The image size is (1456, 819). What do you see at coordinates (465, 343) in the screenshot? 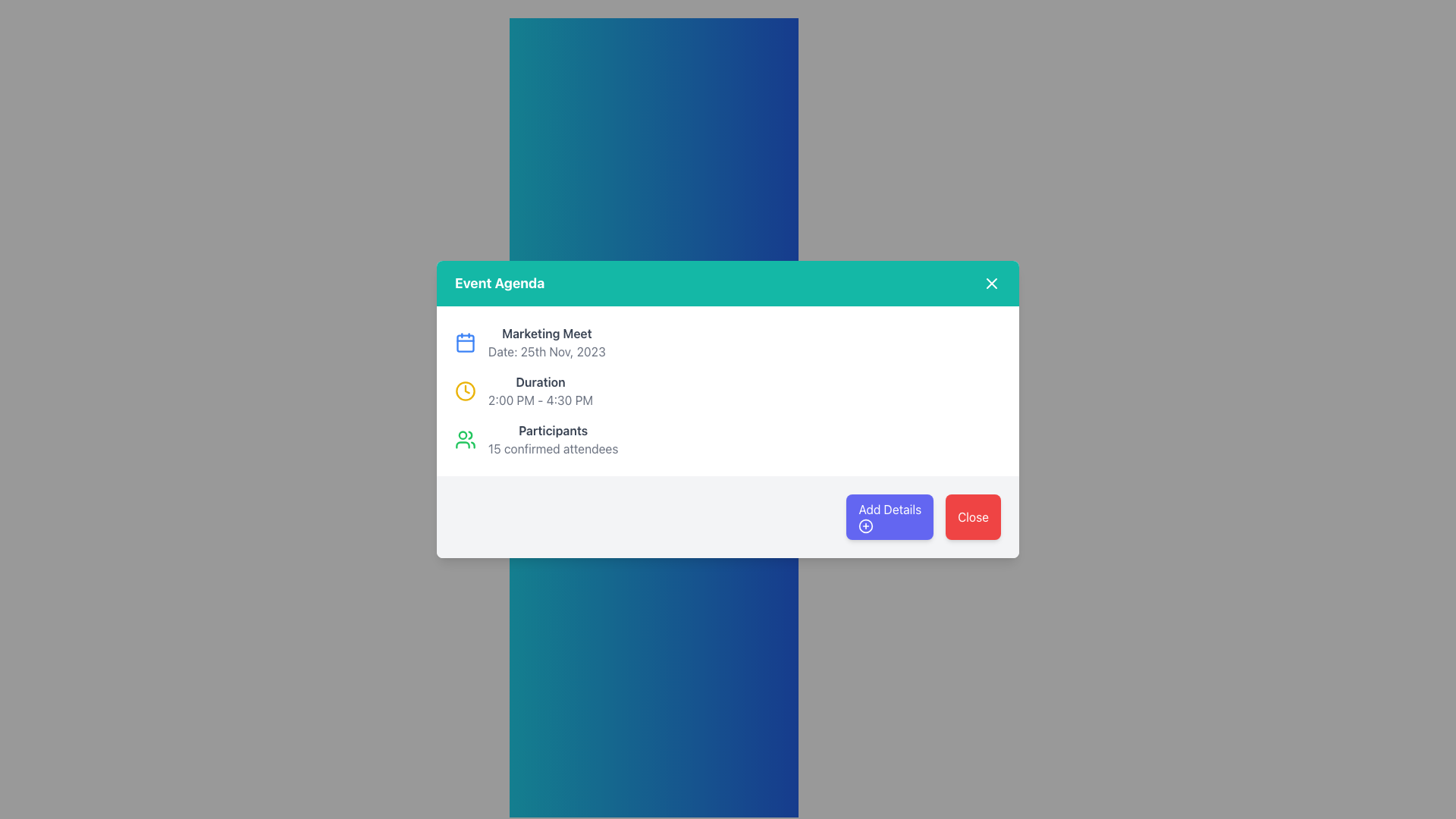
I see `the decorative icon part, which is a small rounded rectangle with blue strokes inside a calendar-like icon, located to the left of the 'Marketing Meet' agenda text item in the Event Agenda UI component` at bounding box center [465, 343].